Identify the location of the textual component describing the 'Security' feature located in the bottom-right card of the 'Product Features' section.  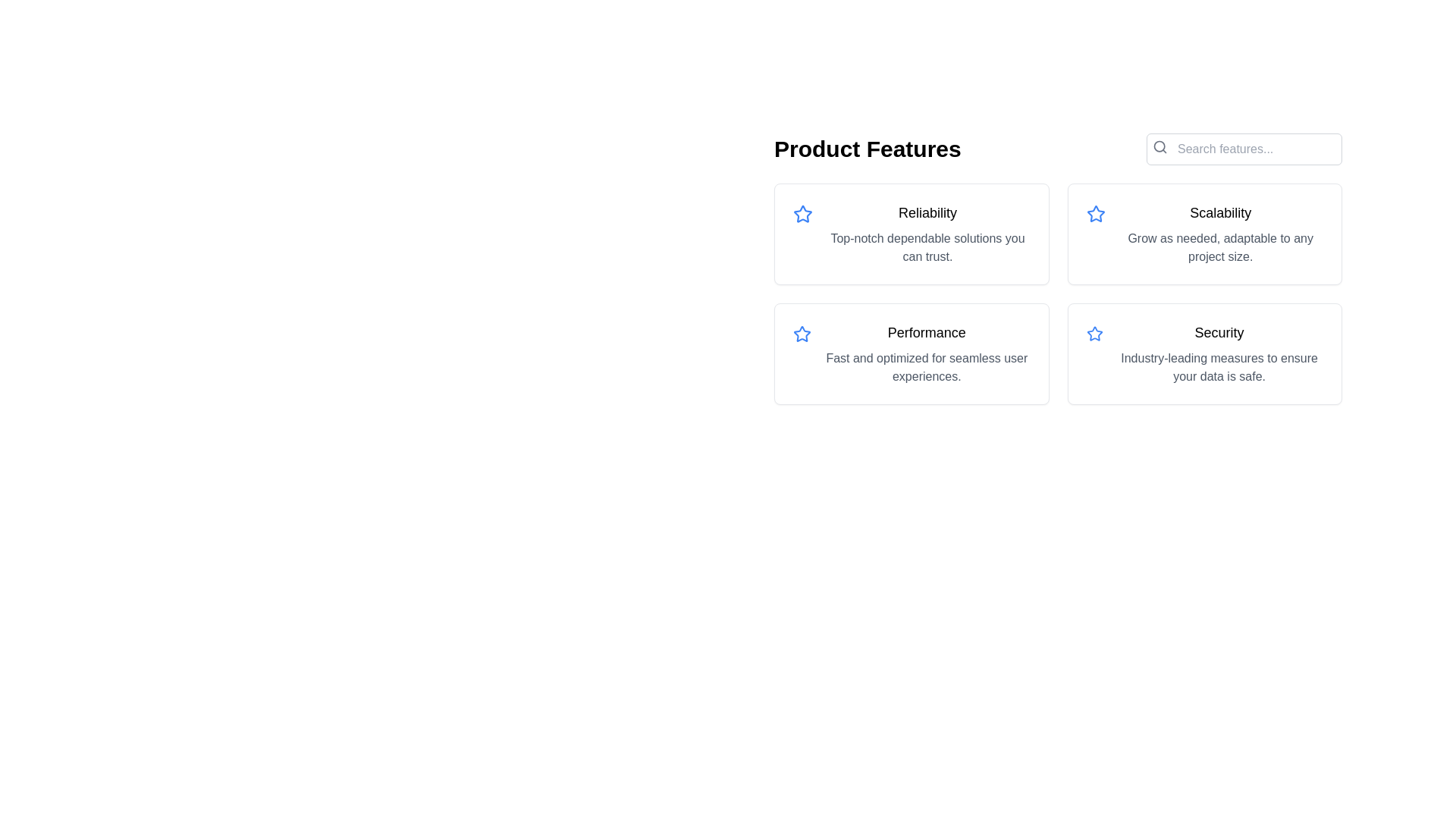
(1219, 353).